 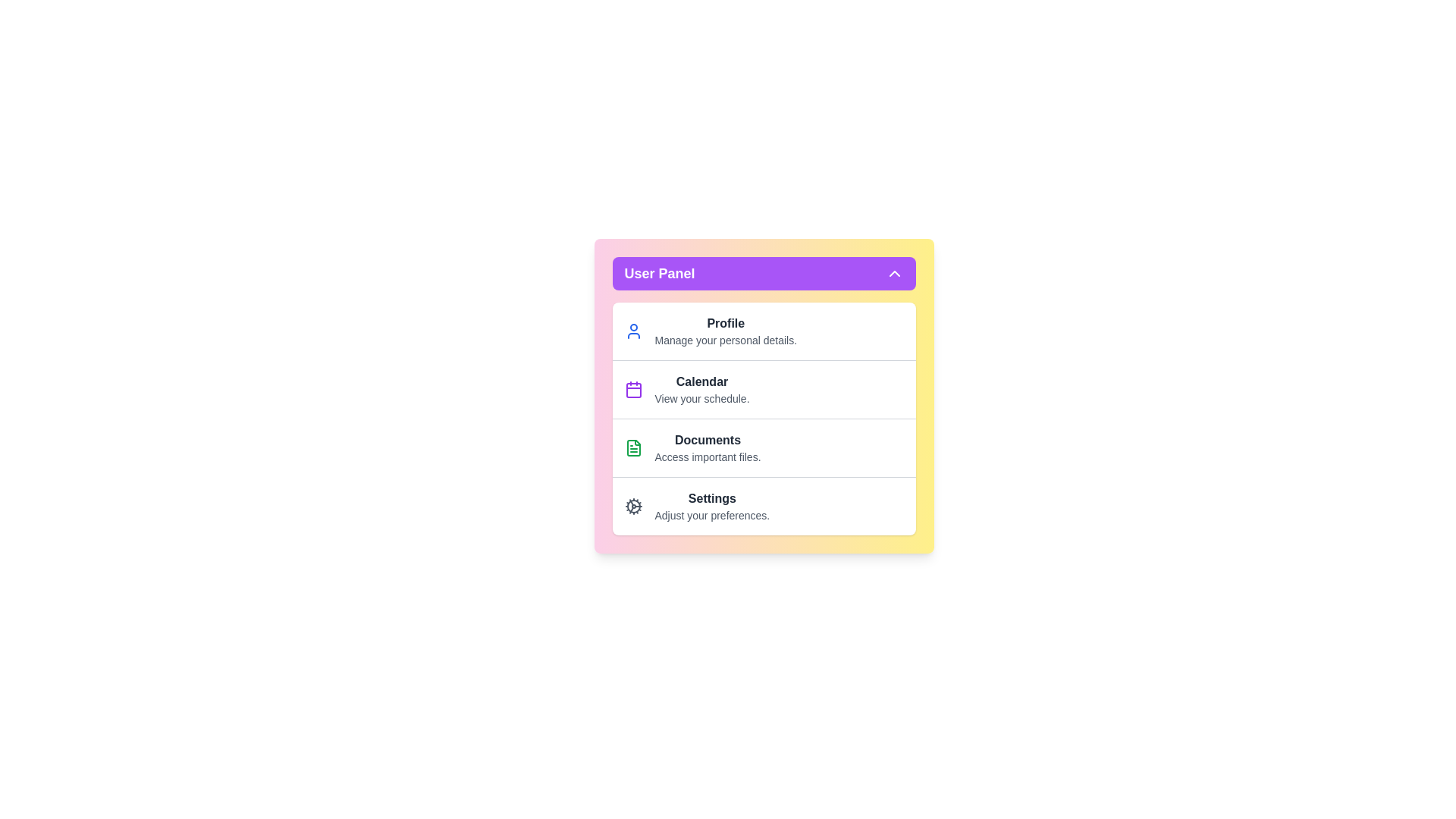 I want to click on the subtitle text label located under the bolded 'Settings' title within the yellow-bordered section of the User Panel, so click(x=711, y=514).